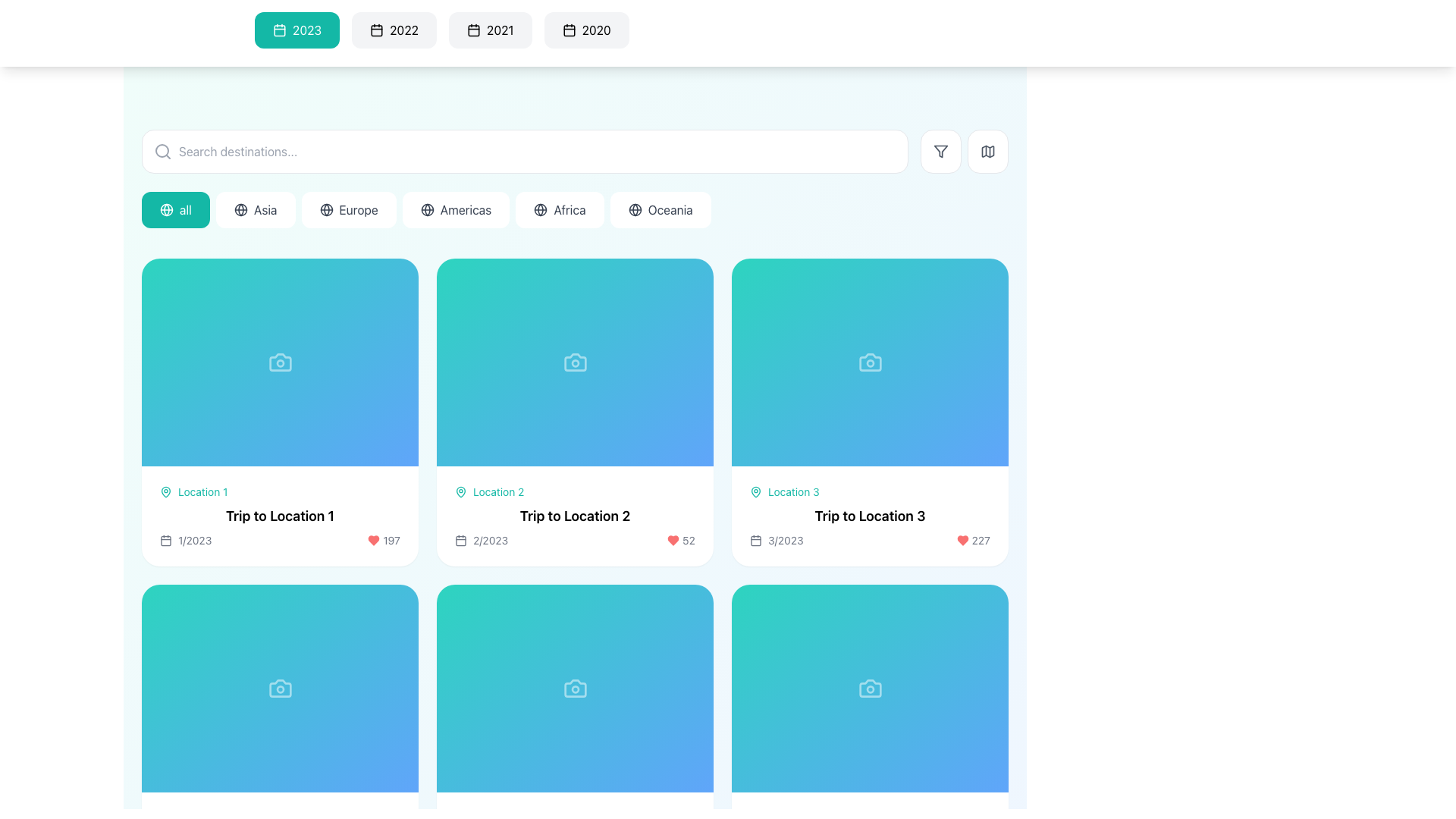 The height and width of the screenshot is (819, 1456). What do you see at coordinates (756, 540) in the screenshot?
I see `the decorative SVG shape component of the calendar icon located in the bottom-left corner of the card for 'Trip to Location 3'` at bounding box center [756, 540].